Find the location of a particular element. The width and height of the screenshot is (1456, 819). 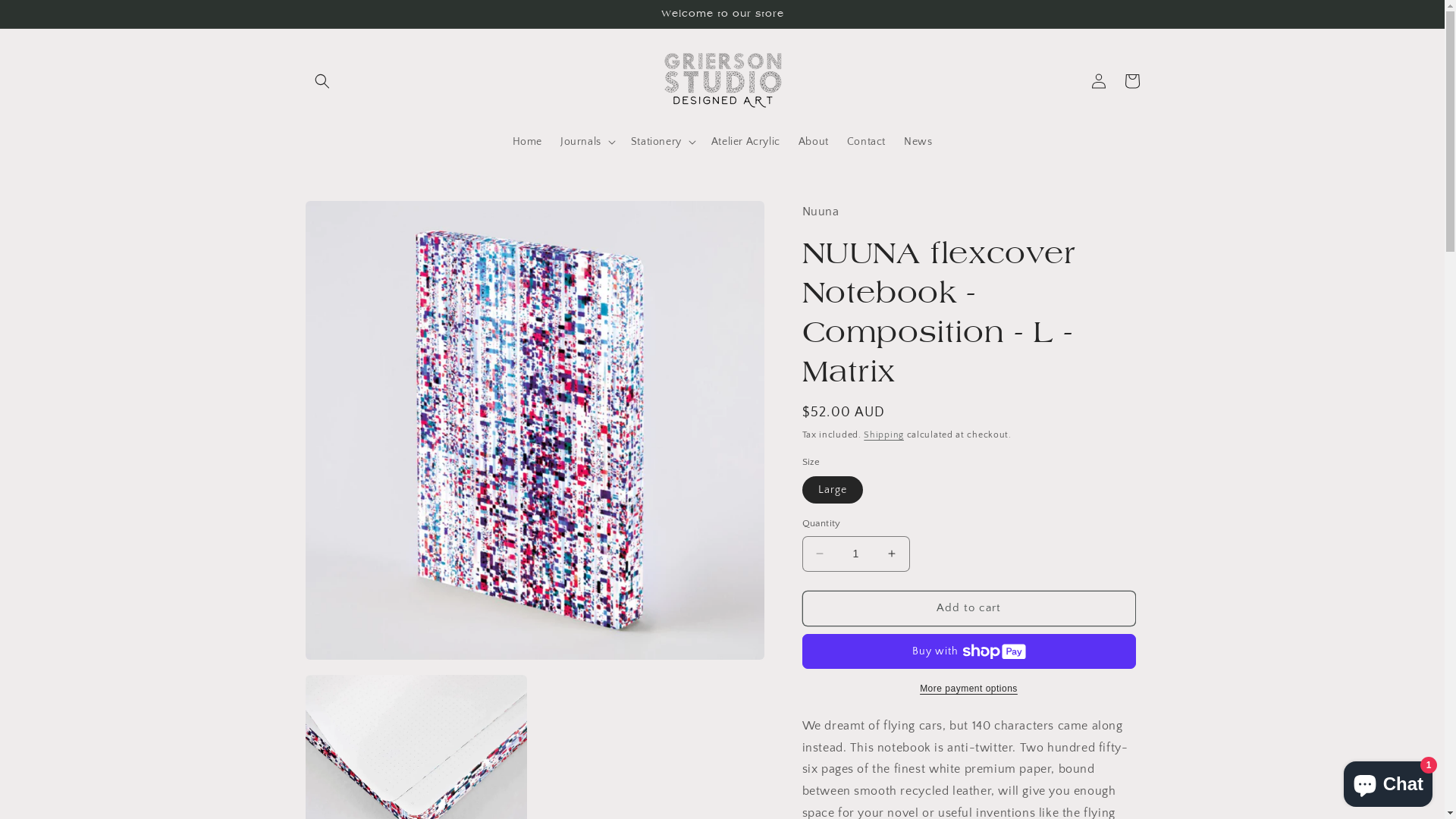

'Contact' is located at coordinates (866, 141).